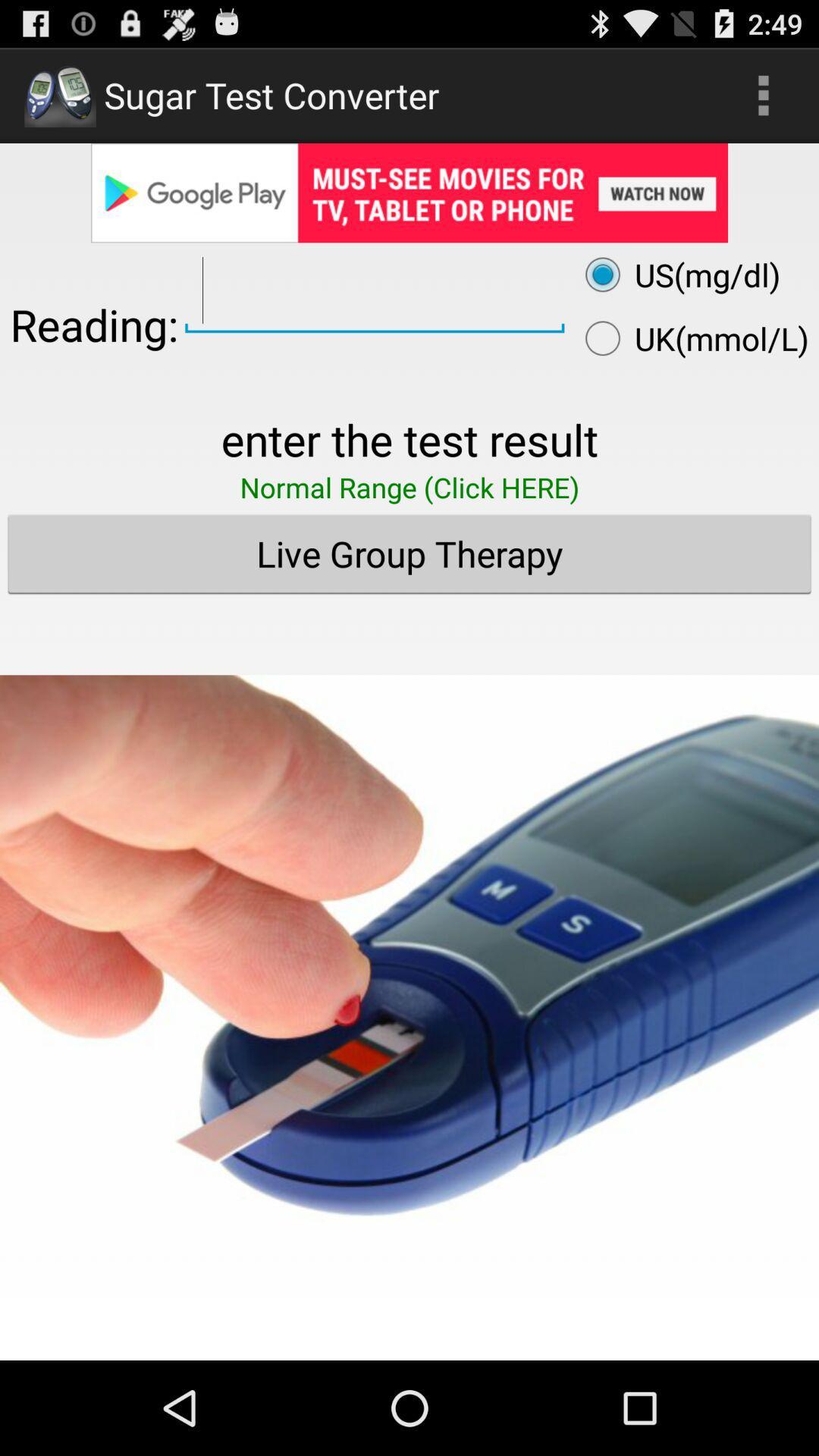 Image resolution: width=819 pixels, height=1456 pixels. I want to click on press on blood test monitor button, so click(409, 964).